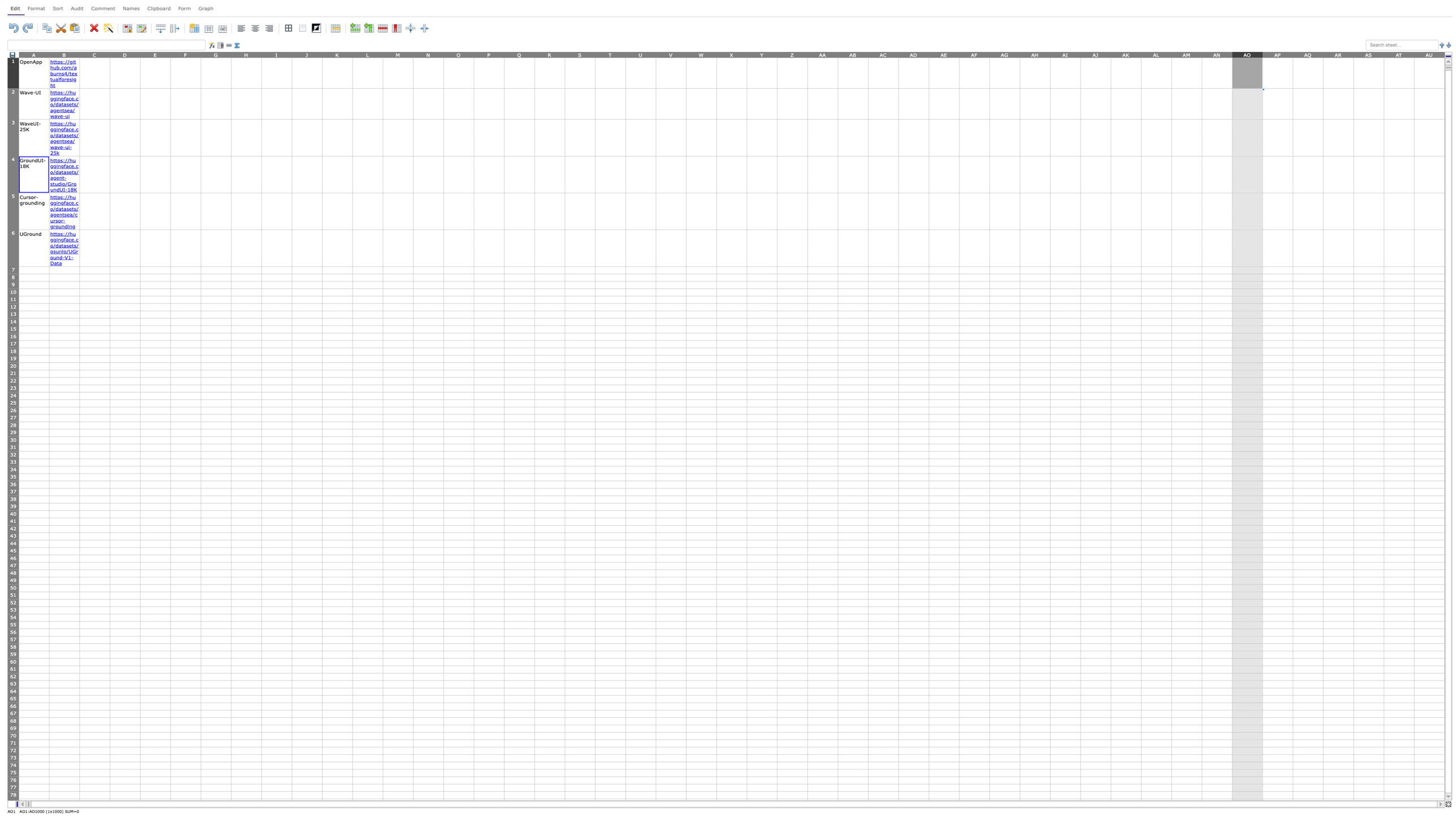 This screenshot has height=819, width=1456. What do you see at coordinates (1277, 54) in the screenshot?
I see `column header AP` at bounding box center [1277, 54].